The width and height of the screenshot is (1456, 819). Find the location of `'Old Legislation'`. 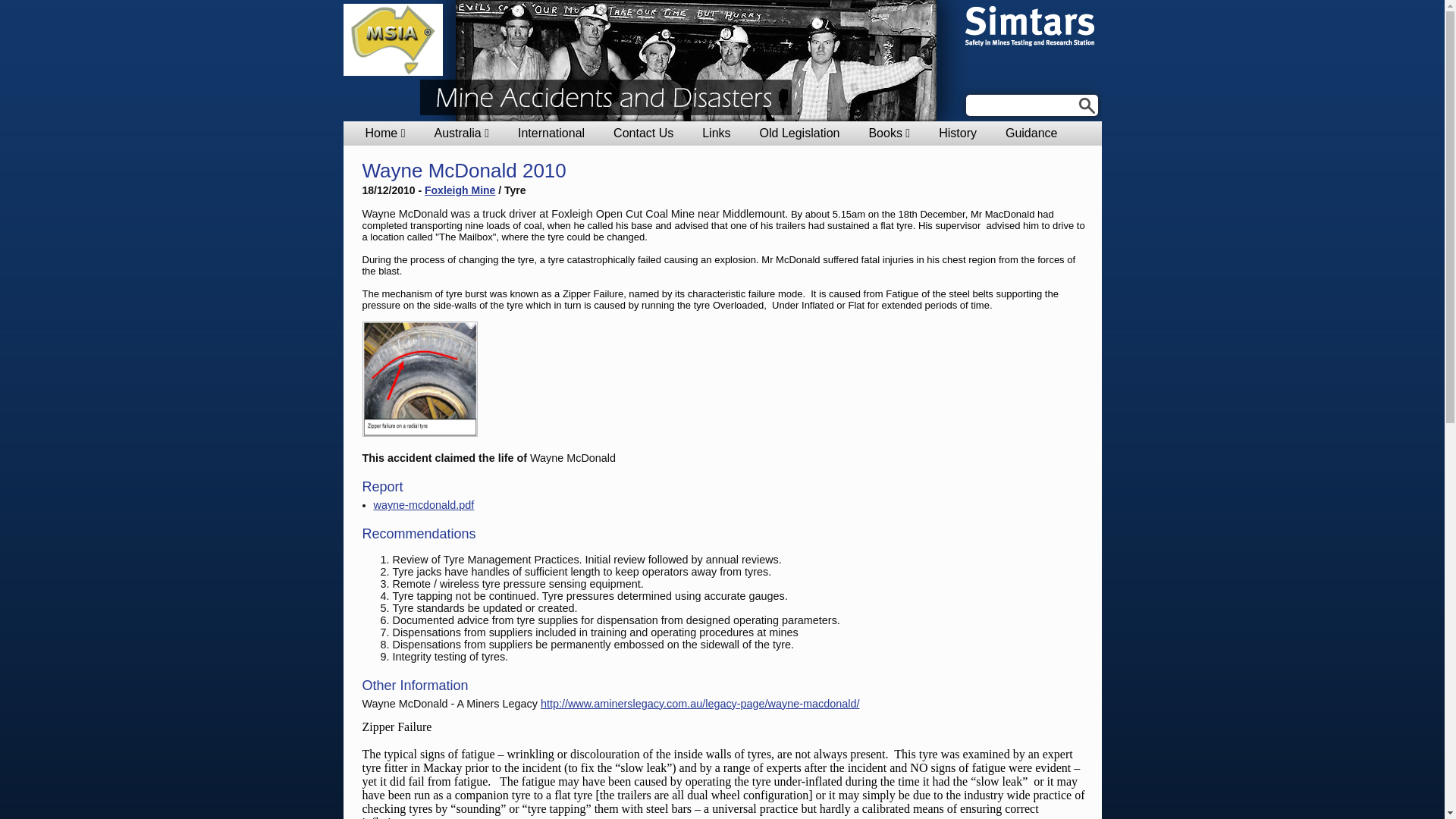

'Old Legislation' is located at coordinates (760, 133).